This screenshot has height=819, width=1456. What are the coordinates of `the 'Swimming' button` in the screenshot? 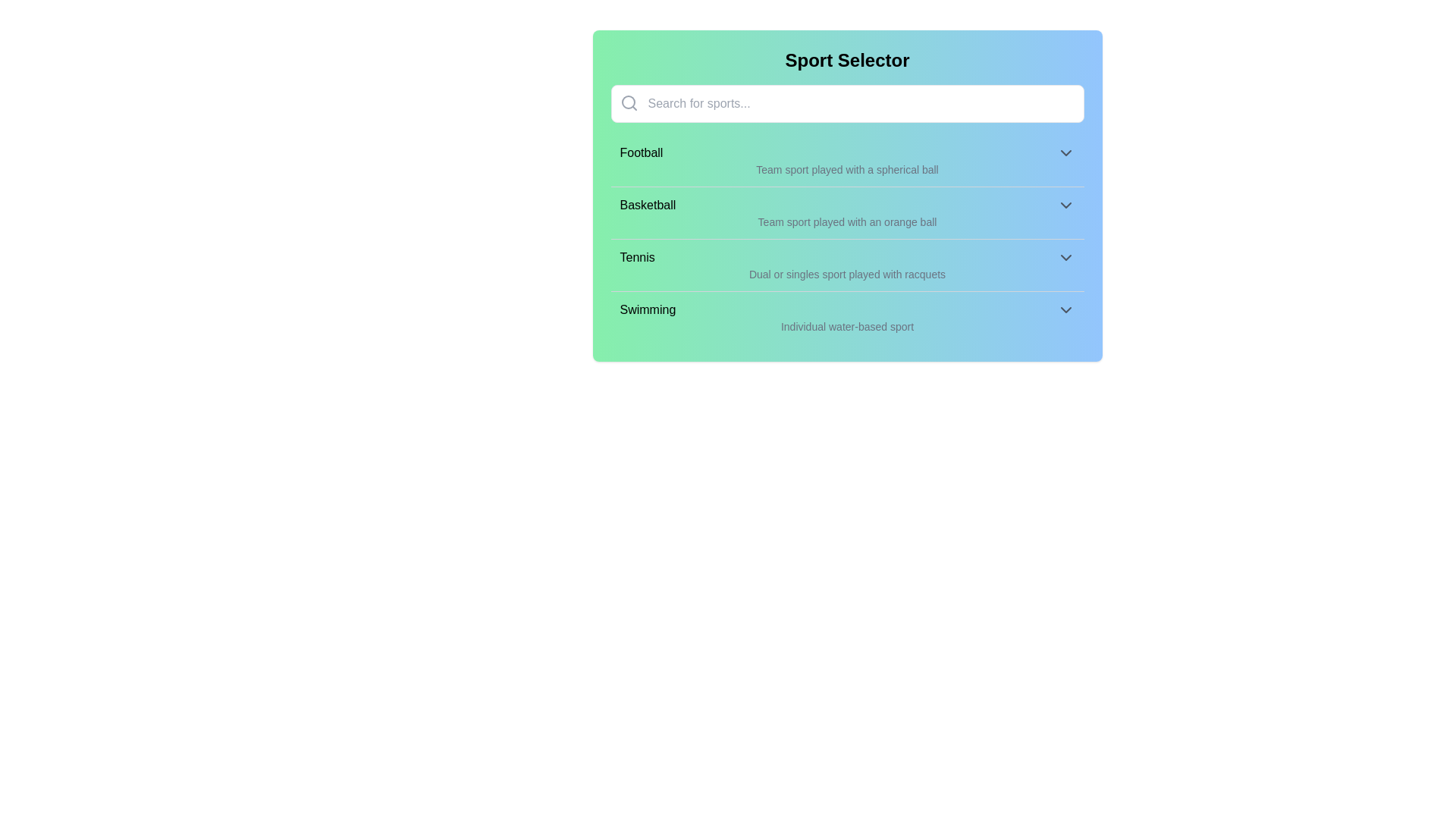 It's located at (846, 309).